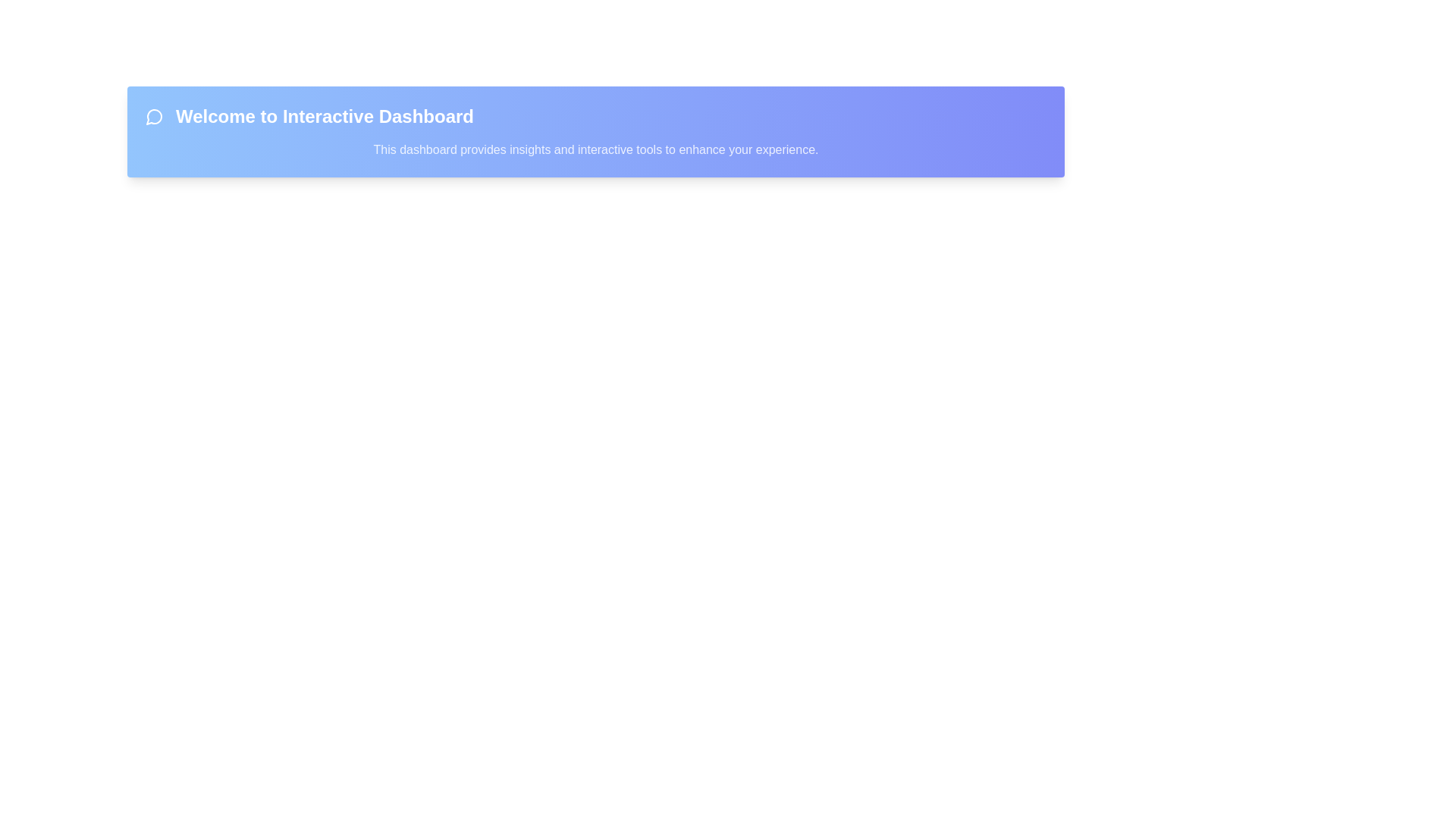  What do you see at coordinates (154, 116) in the screenshot?
I see `the circular speech bubble icon located in the header section of the 'Interactive Dashboard', positioned to the left of the 'Welcome to Interactive Dashboard' text` at bounding box center [154, 116].